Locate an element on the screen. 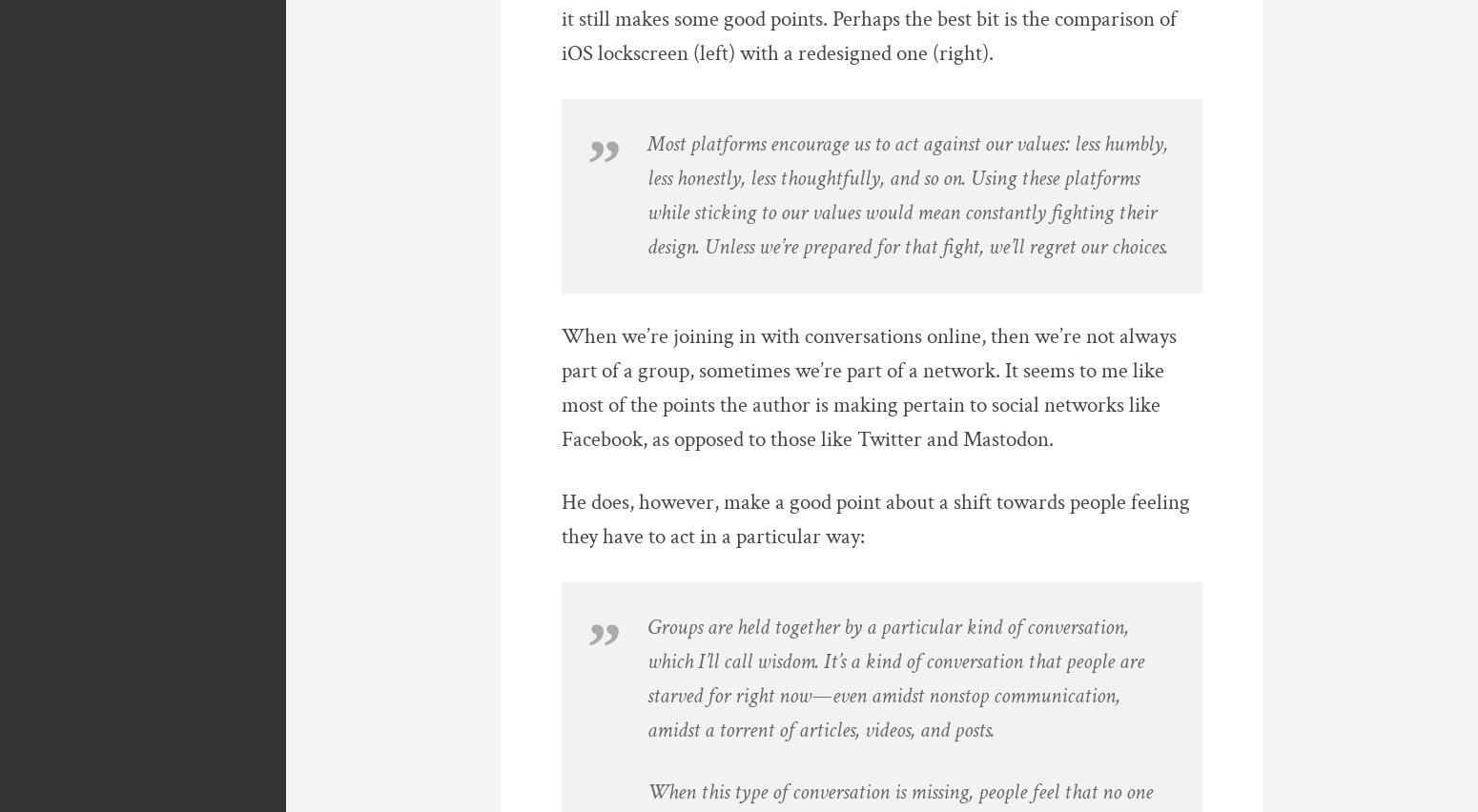 This screenshot has height=812, width=1478. '. It’s a kind of conversation that people are starved for right now—even amidst nonstop communication, amidst a torrent of articles, videos, and posts.' is located at coordinates (894, 694).